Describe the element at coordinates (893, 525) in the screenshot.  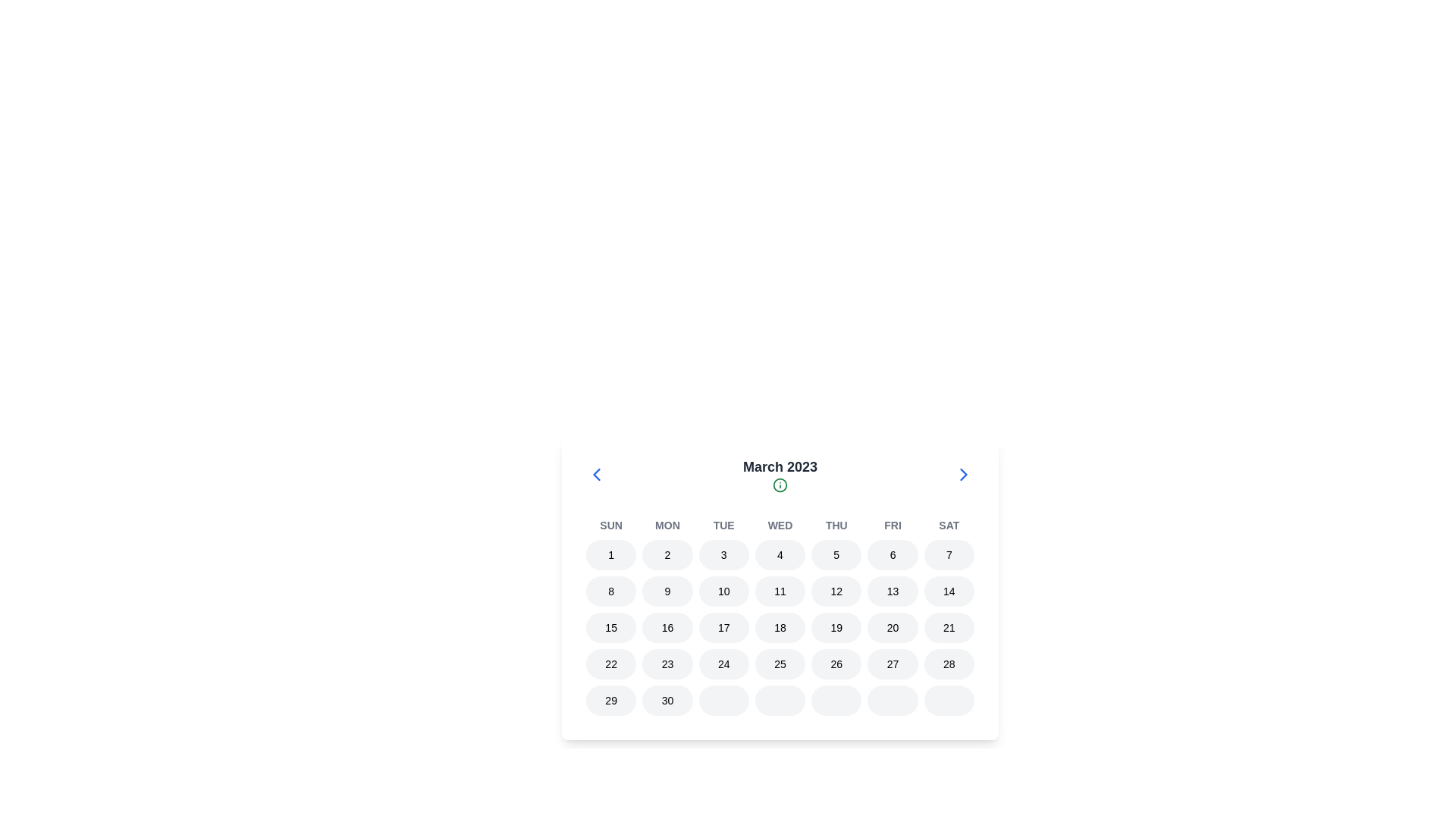
I see `the text label displaying 'FRI', which is styled in gray and is the sixth element among the day abbreviations` at that location.